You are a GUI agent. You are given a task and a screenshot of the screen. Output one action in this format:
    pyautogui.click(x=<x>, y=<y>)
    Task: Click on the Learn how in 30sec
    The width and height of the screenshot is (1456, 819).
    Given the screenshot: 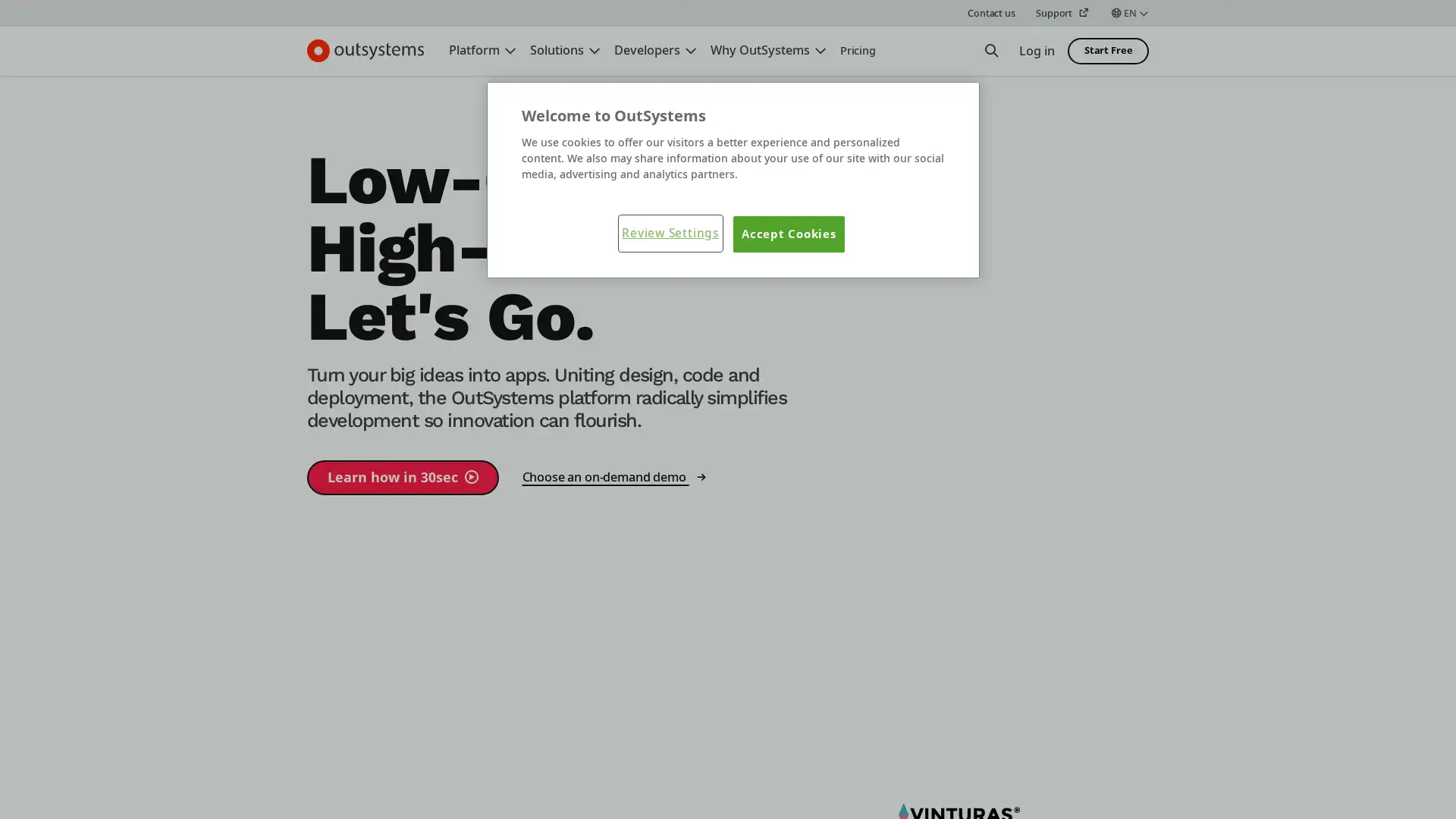 What is the action you would take?
    pyautogui.click(x=403, y=475)
    